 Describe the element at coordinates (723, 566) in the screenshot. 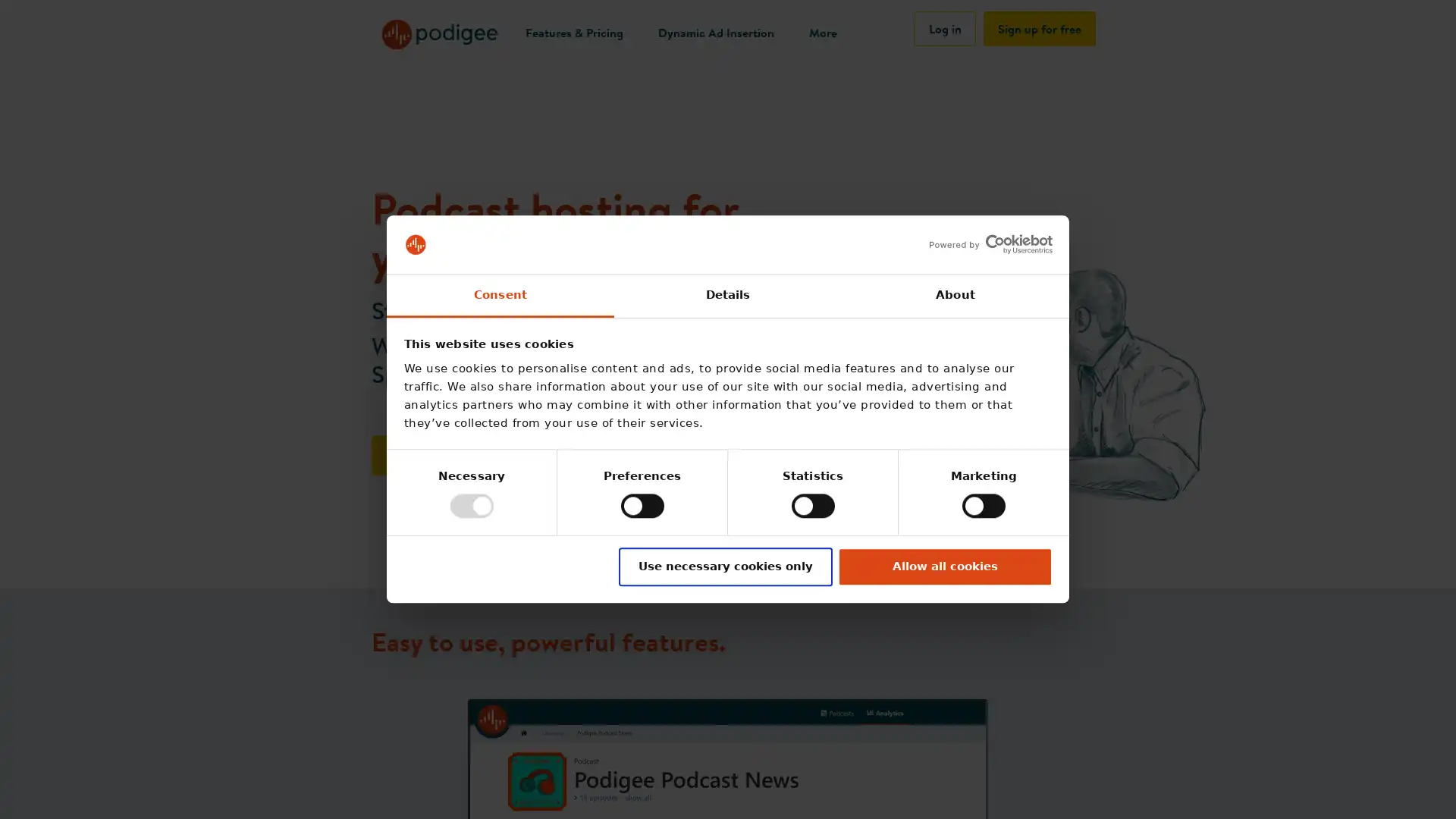

I see `Use necessary cookies only` at that location.